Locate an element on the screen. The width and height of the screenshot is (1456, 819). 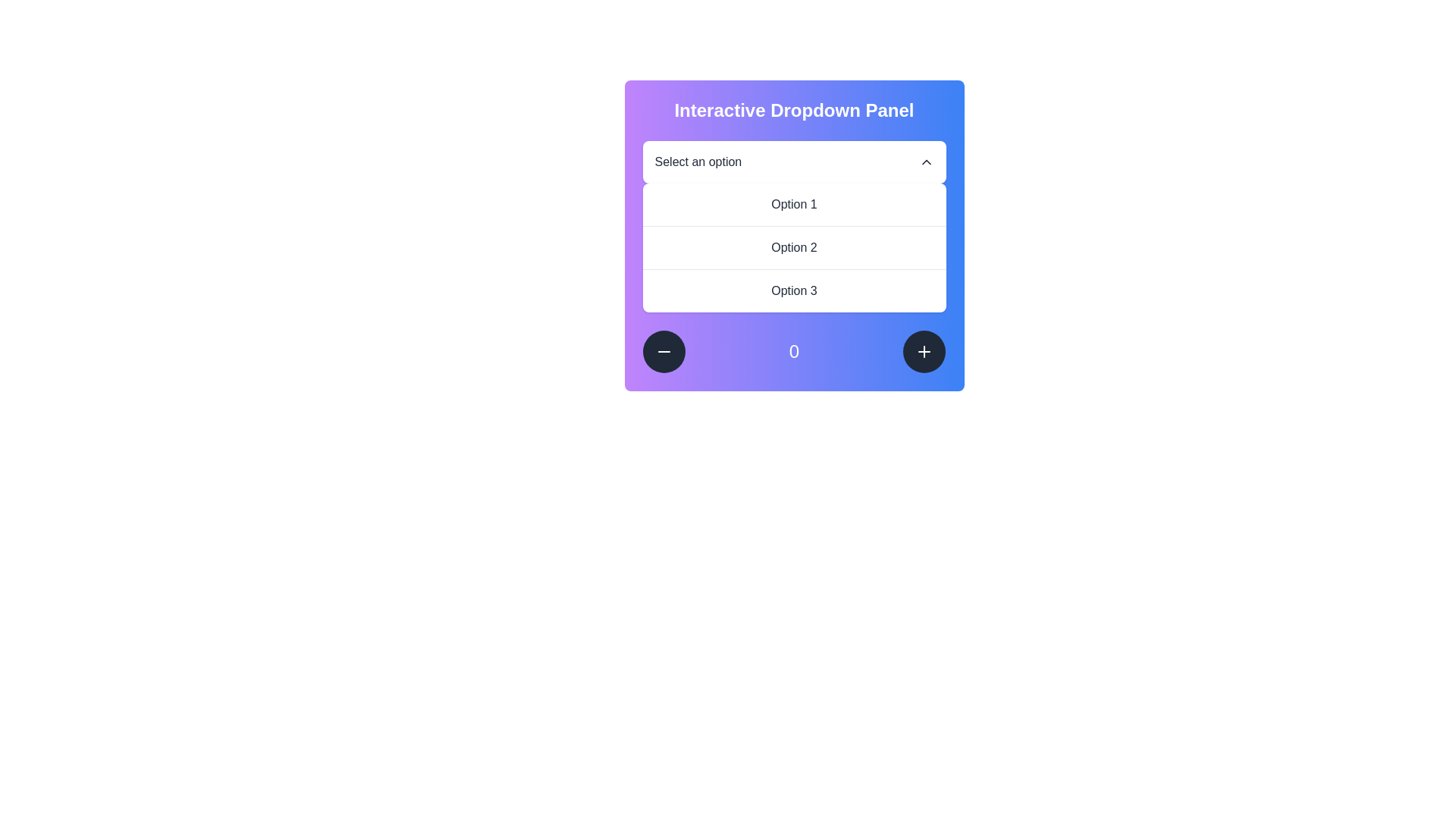
the dropdown button located below the title 'Interactive Dropdown Panel' is located at coordinates (793, 162).